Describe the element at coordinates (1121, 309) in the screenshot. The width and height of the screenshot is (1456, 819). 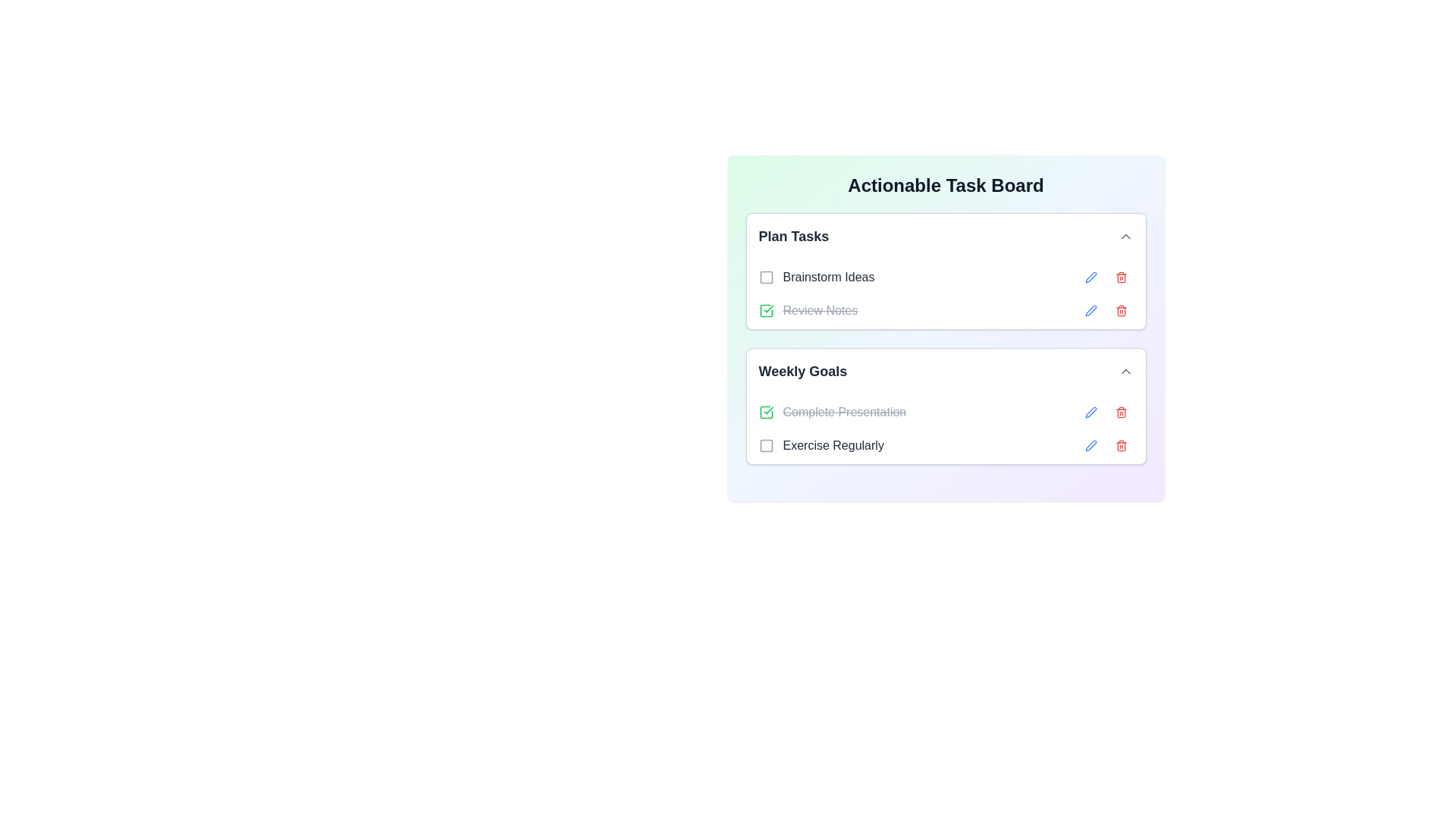
I see `the trash/delete icon button positioned as the second interactive button in the action button group` at that location.